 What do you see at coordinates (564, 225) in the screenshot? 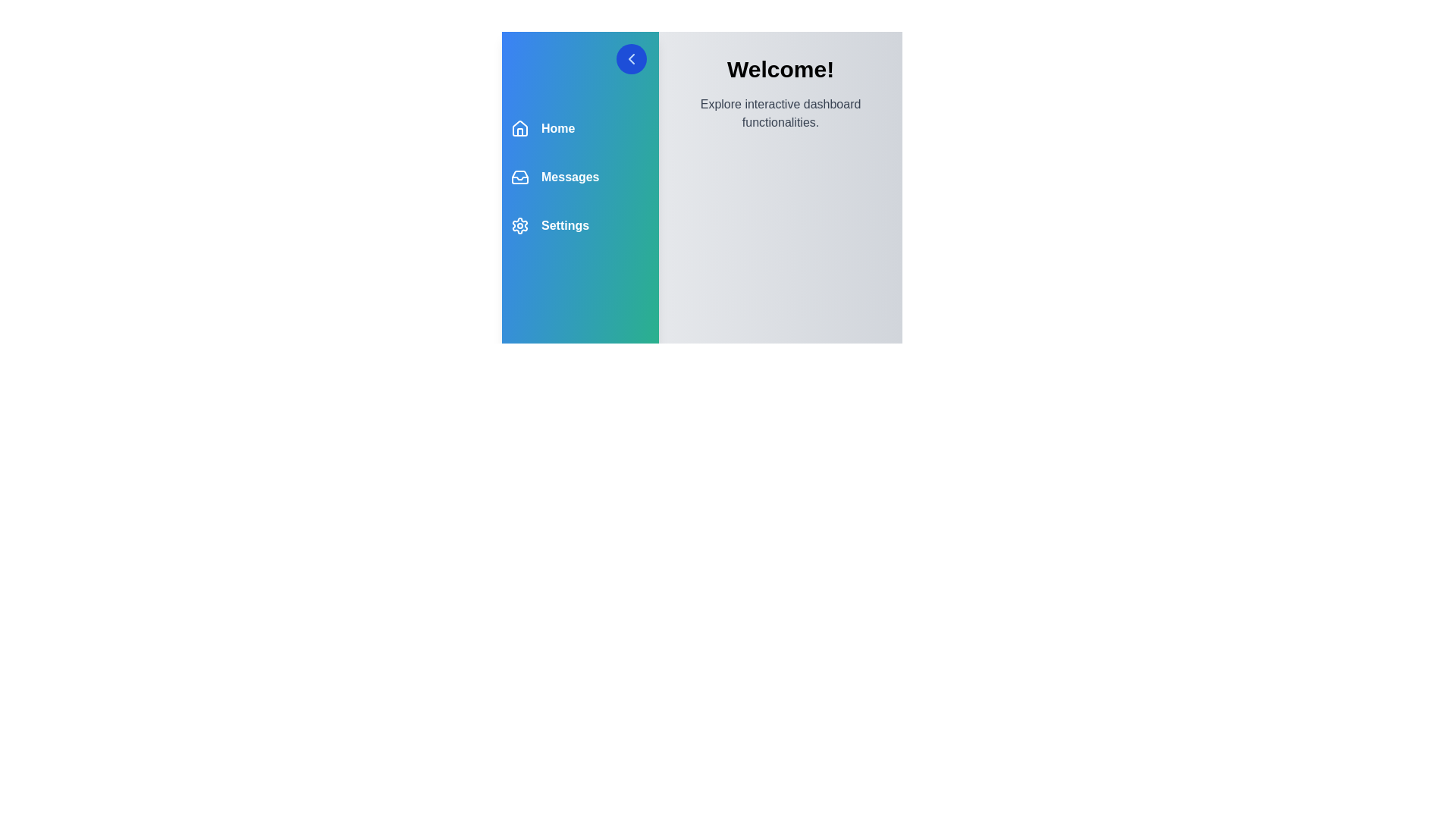
I see `the 'Settings' text label in the vertical navigation bar` at bounding box center [564, 225].